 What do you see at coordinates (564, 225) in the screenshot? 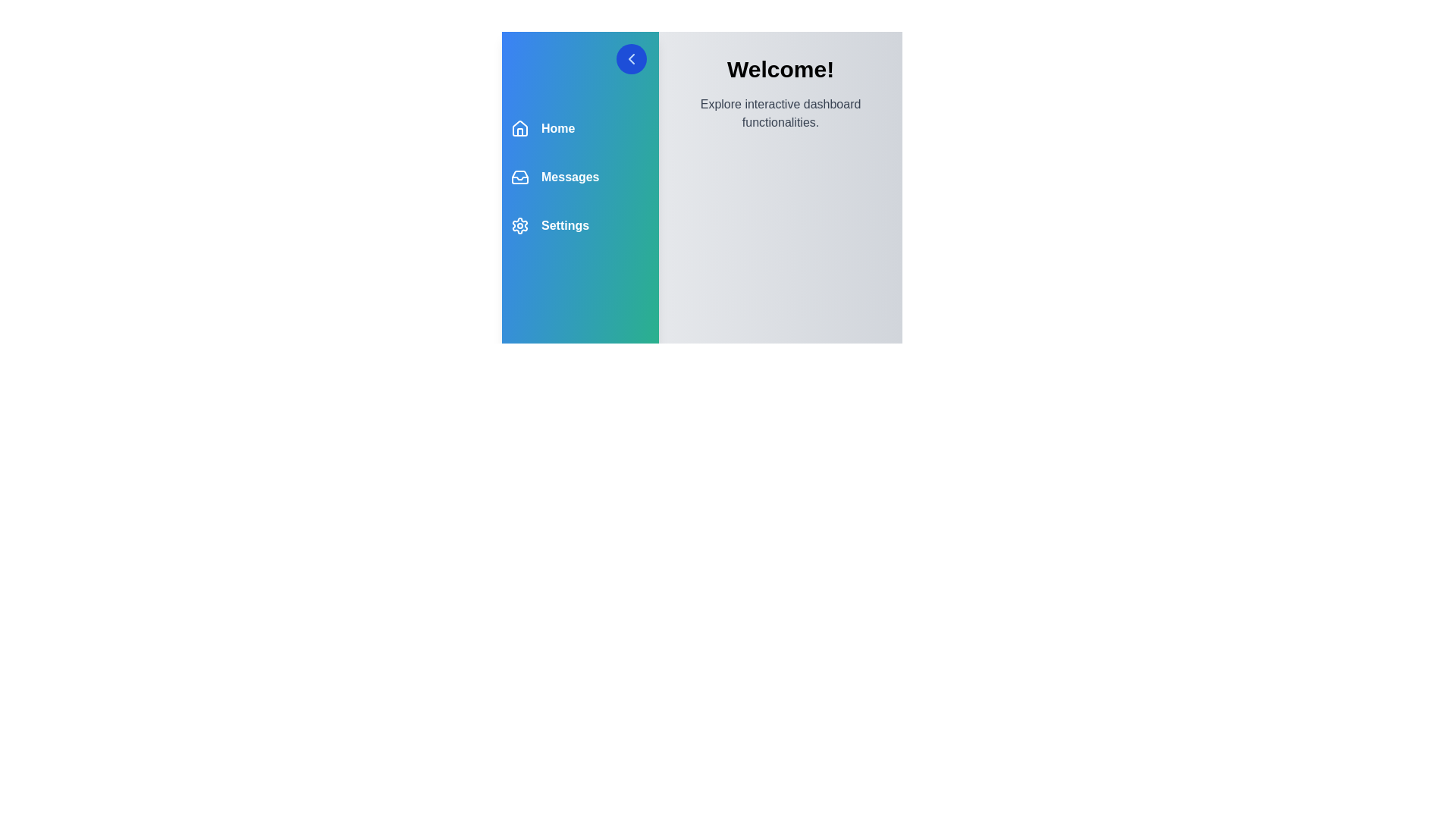
I see `the 'Settings' text label in the vertical navigation bar` at bounding box center [564, 225].